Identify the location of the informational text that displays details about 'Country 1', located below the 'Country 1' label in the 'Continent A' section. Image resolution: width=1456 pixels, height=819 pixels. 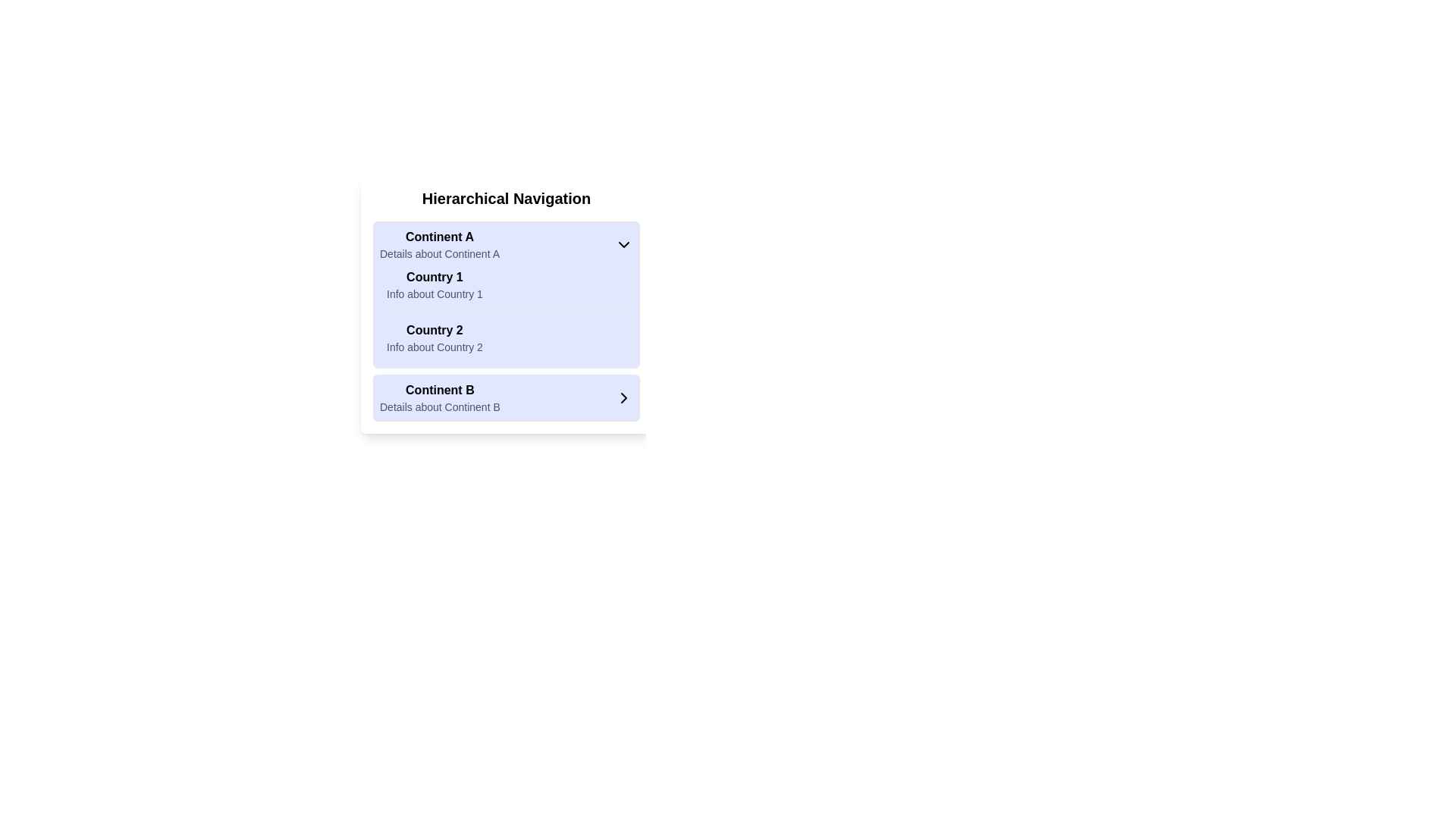
(434, 294).